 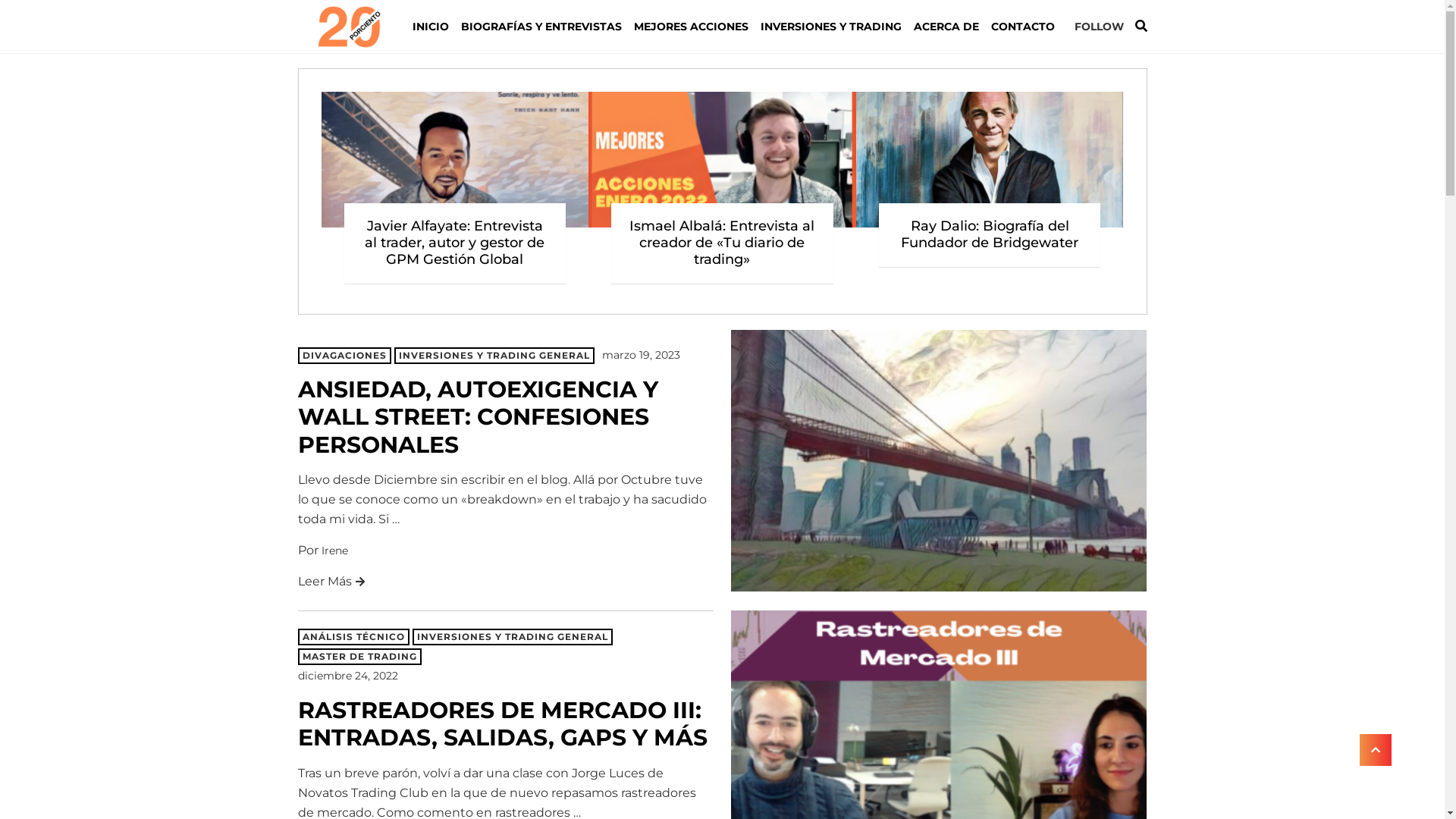 I want to click on 'Skip to navigation', so click(x=297, y=26).